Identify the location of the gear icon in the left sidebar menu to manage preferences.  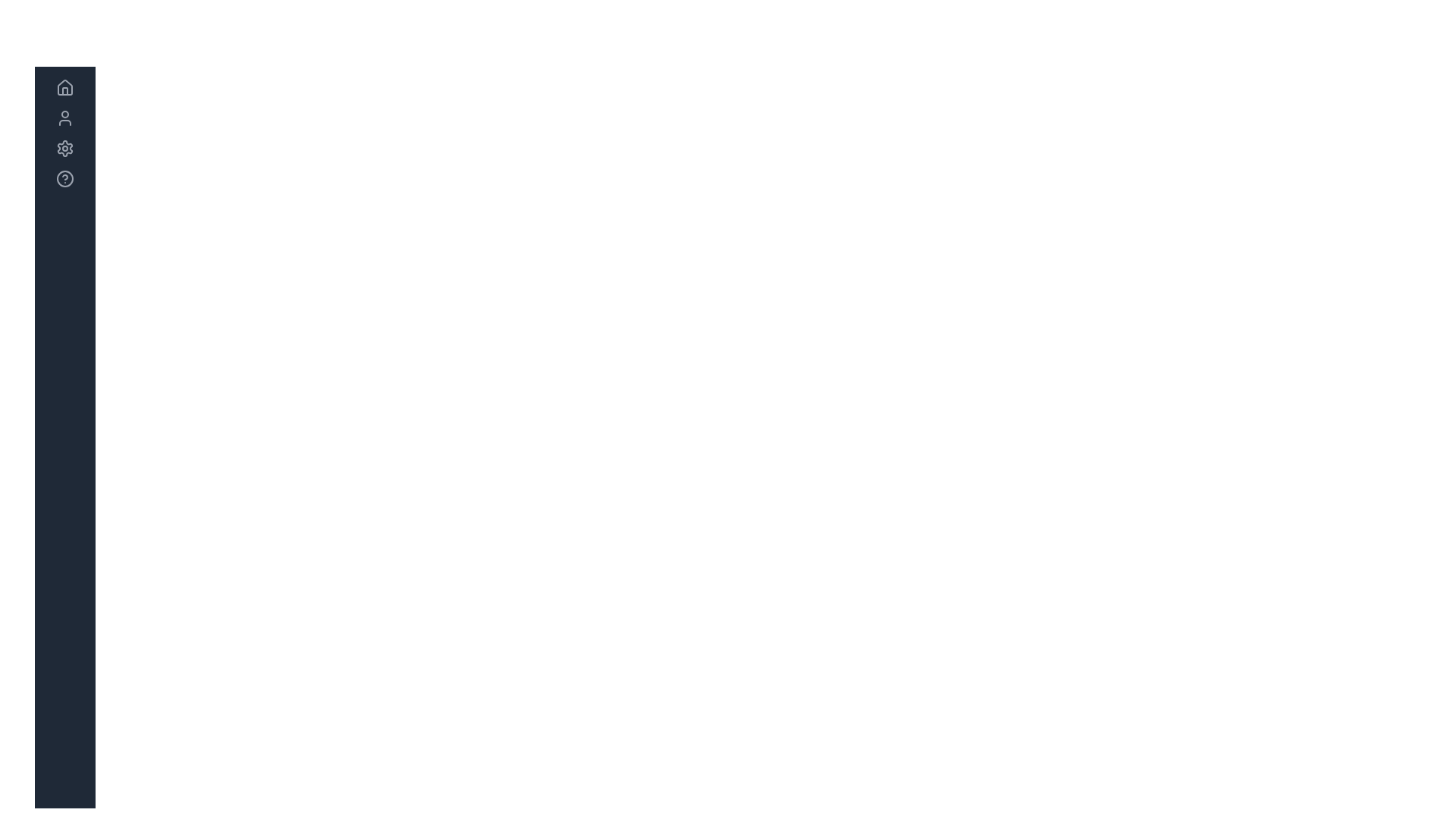
(64, 149).